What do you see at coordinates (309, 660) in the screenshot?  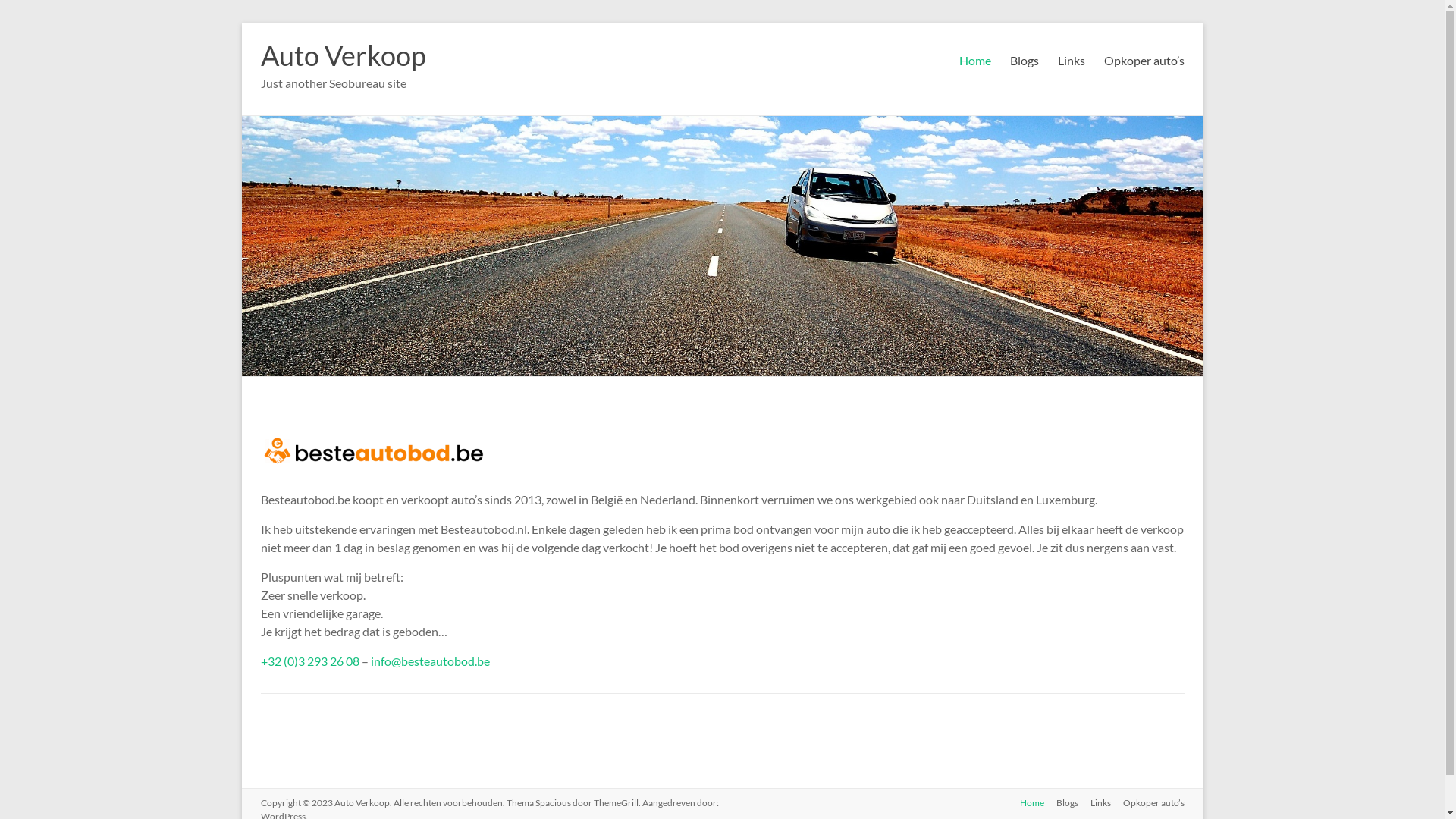 I see `'+32 (0)3 293 26 08'` at bounding box center [309, 660].